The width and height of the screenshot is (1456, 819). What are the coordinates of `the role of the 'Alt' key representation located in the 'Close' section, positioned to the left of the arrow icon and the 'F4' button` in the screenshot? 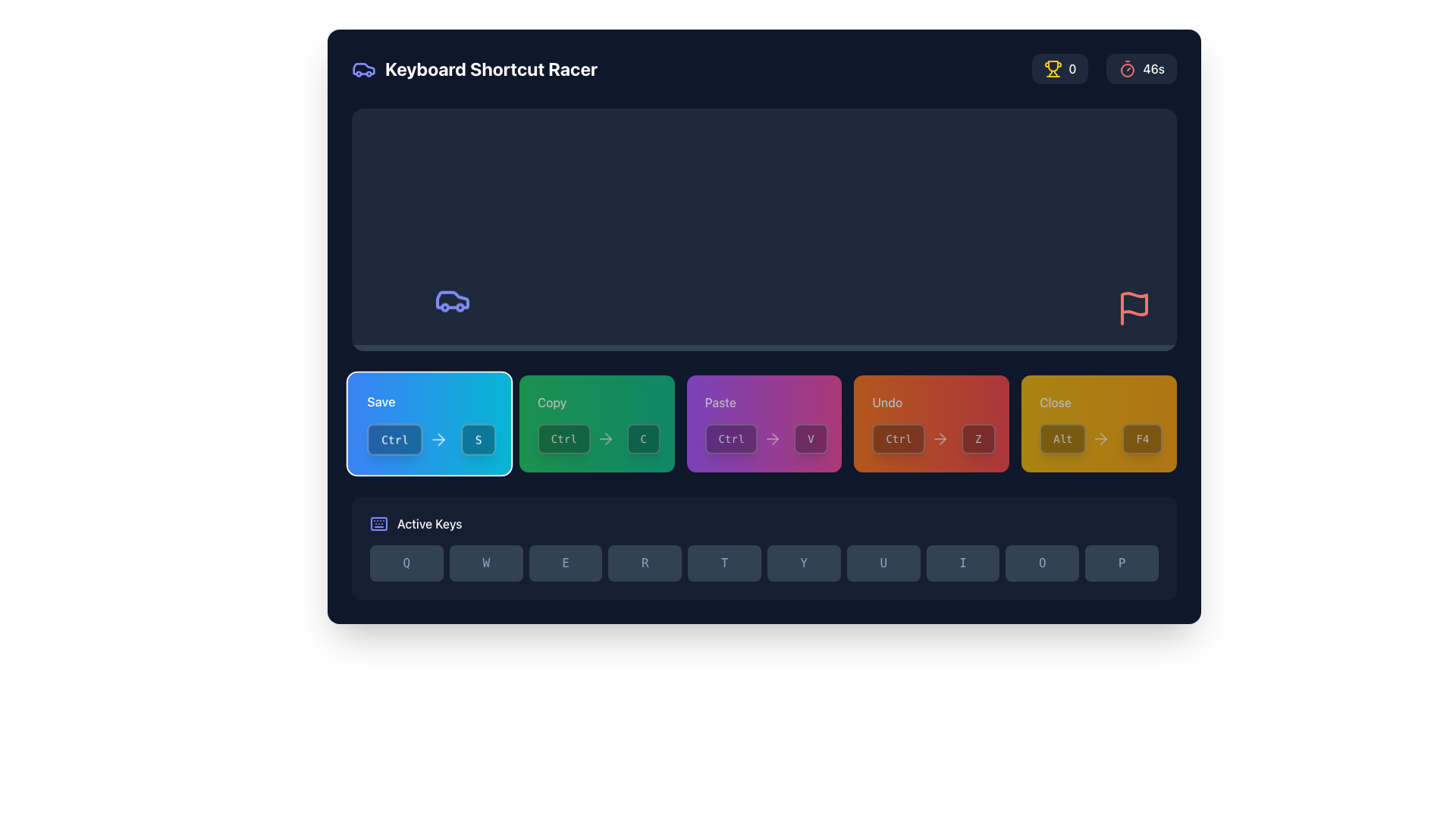 It's located at (1077, 438).